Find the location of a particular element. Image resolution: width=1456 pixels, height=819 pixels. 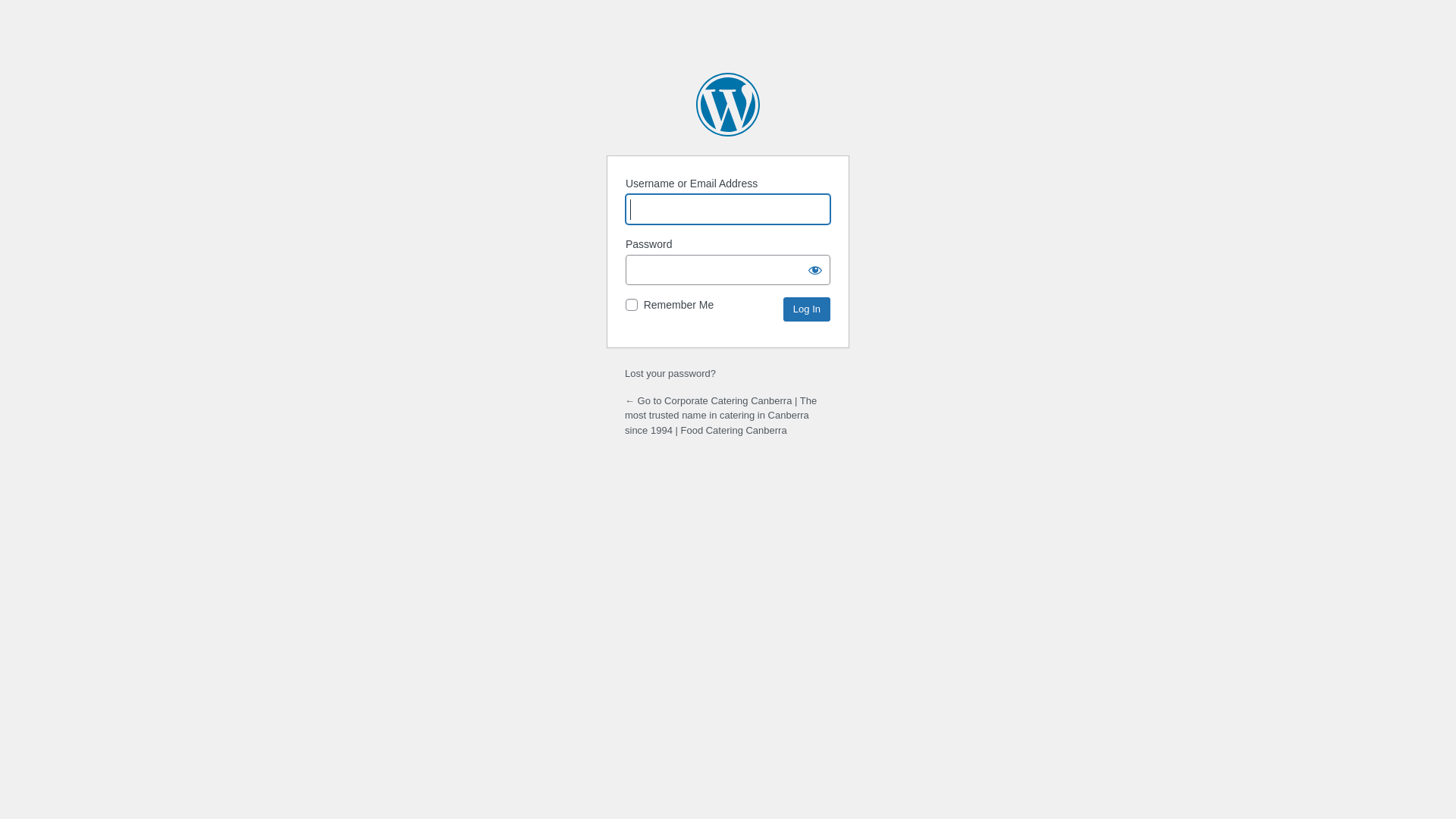

'Log In' is located at coordinates (806, 309).